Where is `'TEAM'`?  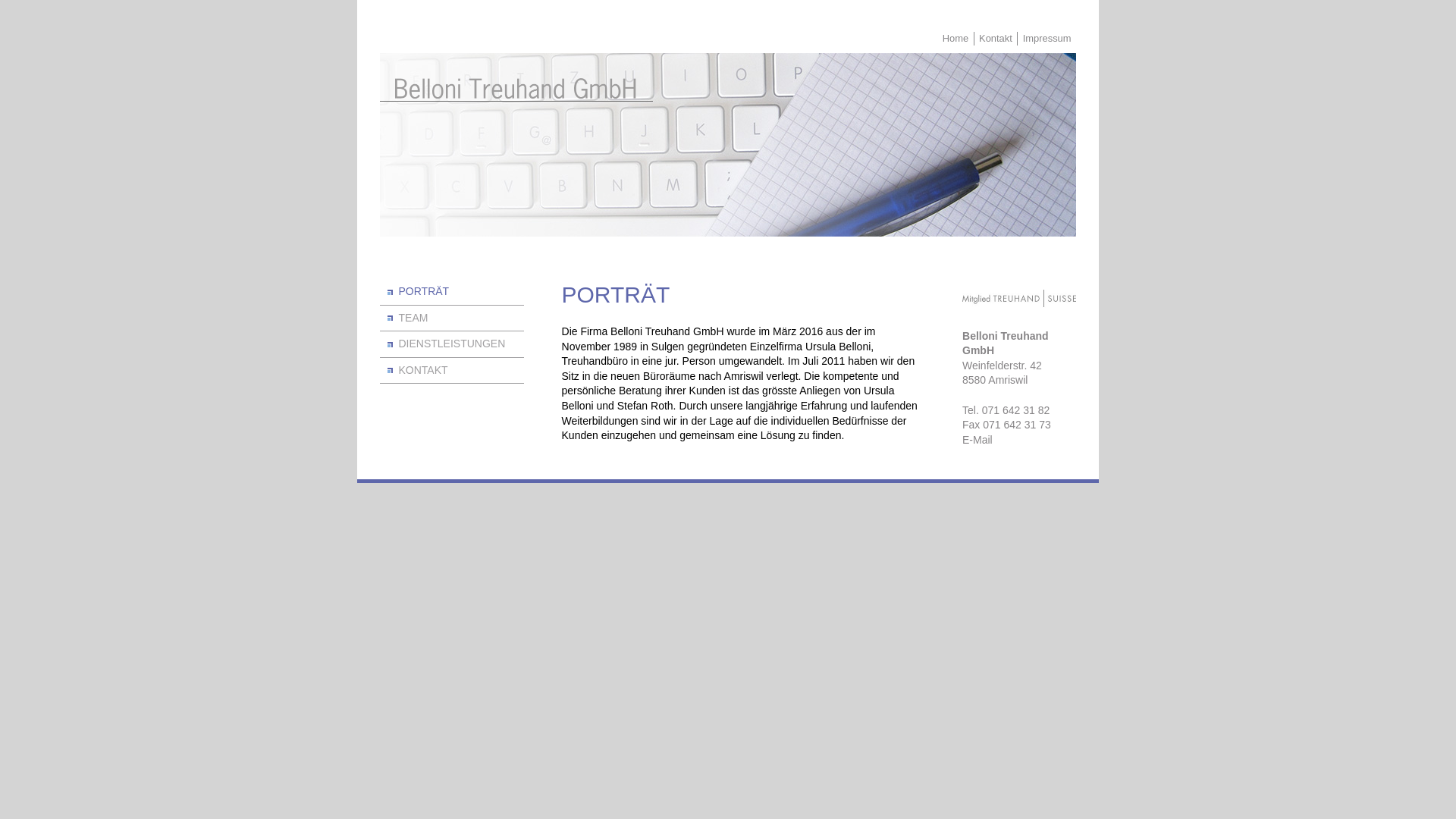 'TEAM' is located at coordinates (450, 318).